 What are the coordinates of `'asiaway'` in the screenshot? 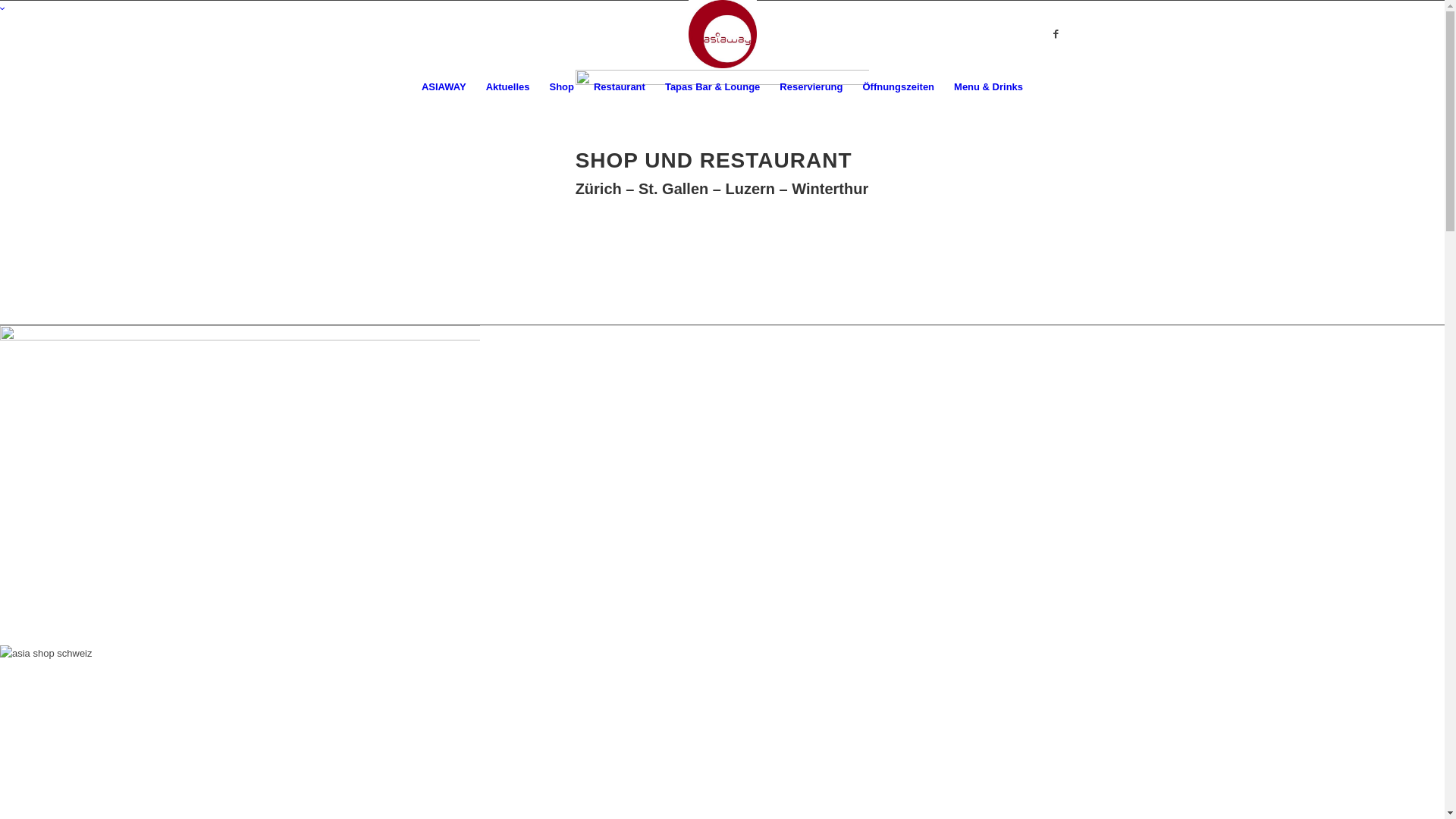 It's located at (0, 485).